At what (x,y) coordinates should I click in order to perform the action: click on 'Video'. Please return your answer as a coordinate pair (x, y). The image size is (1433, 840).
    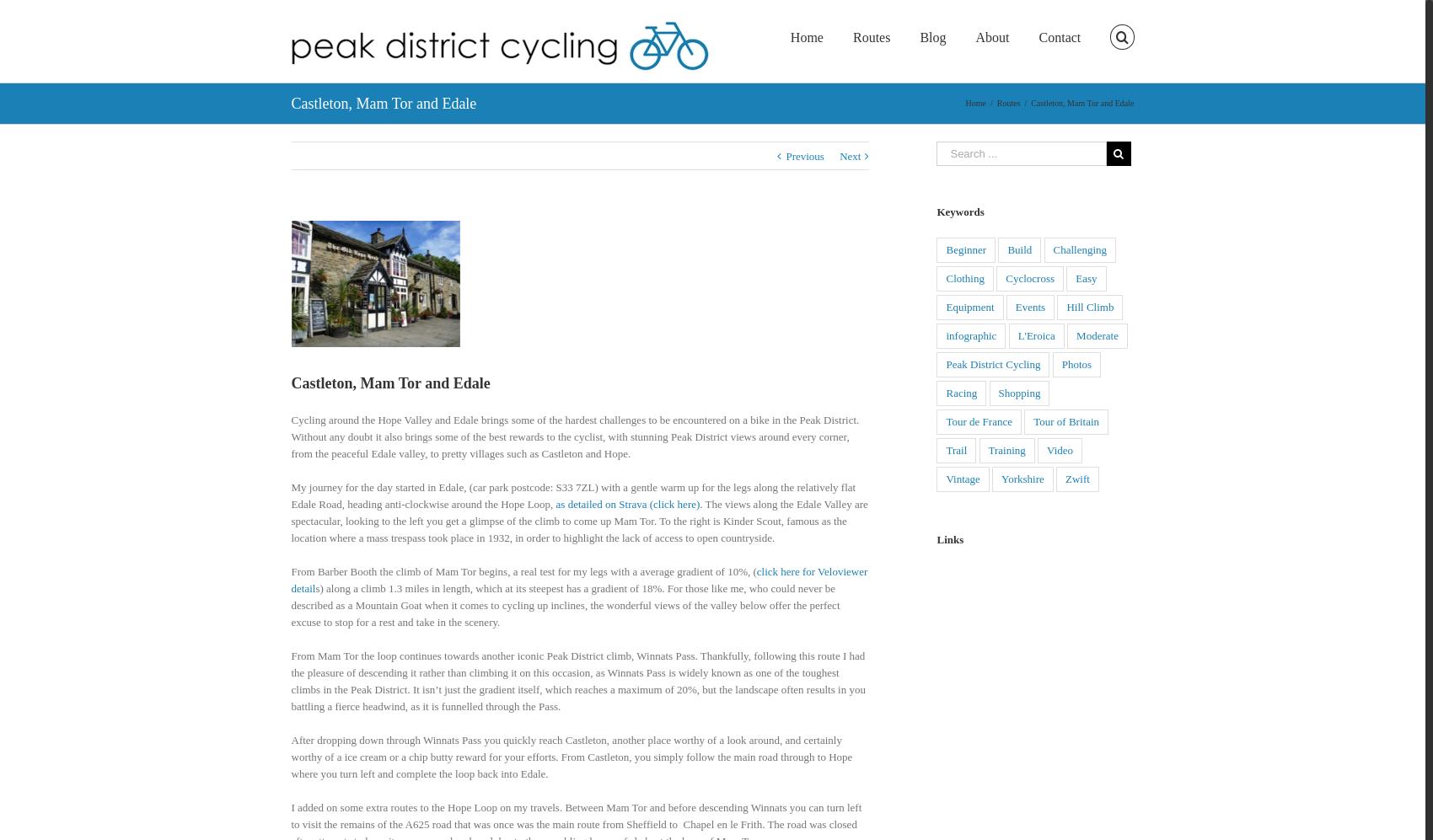
    Looking at the image, I should click on (1059, 449).